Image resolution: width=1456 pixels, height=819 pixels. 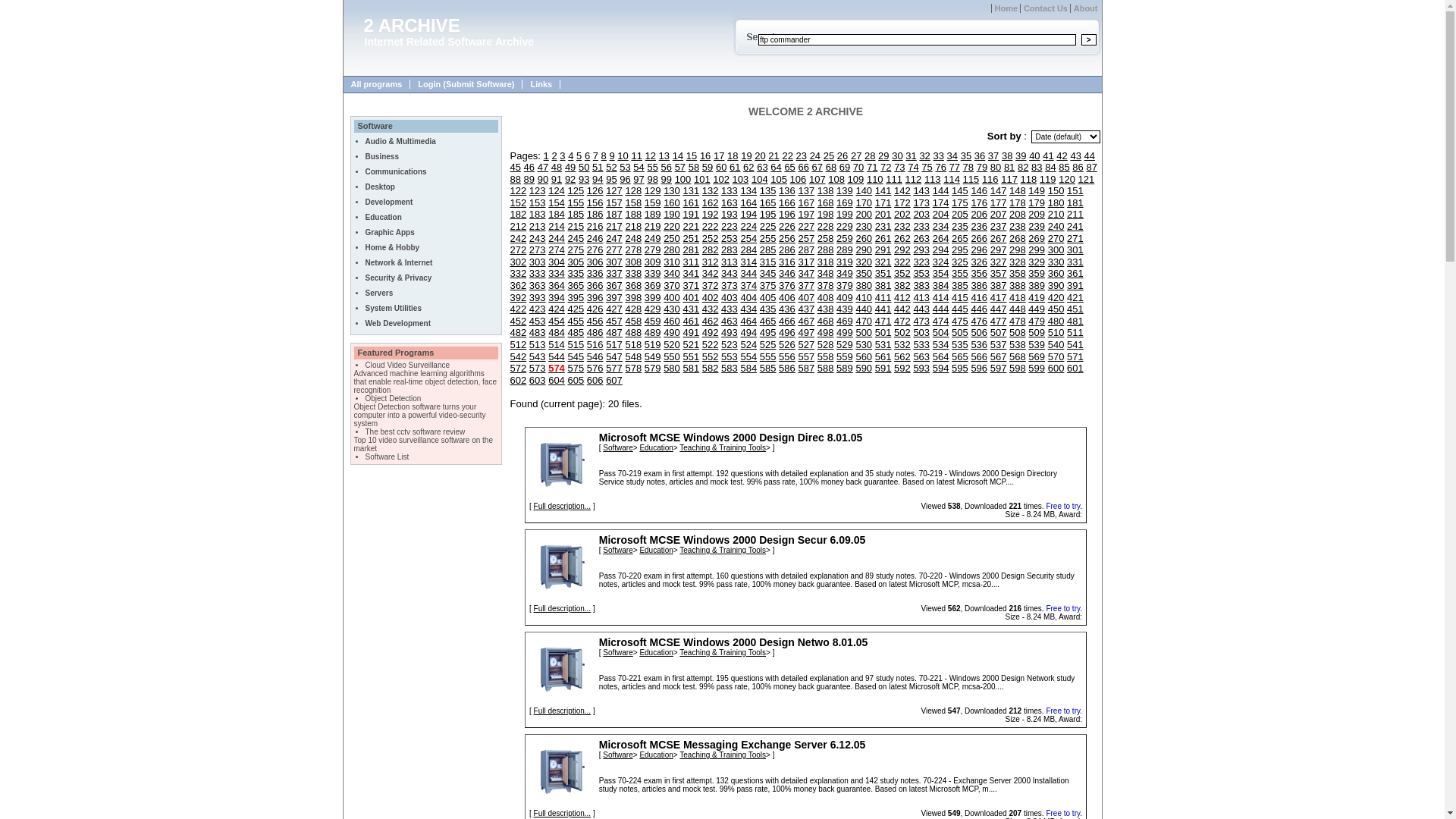 What do you see at coordinates (910, 155) in the screenshot?
I see `'31'` at bounding box center [910, 155].